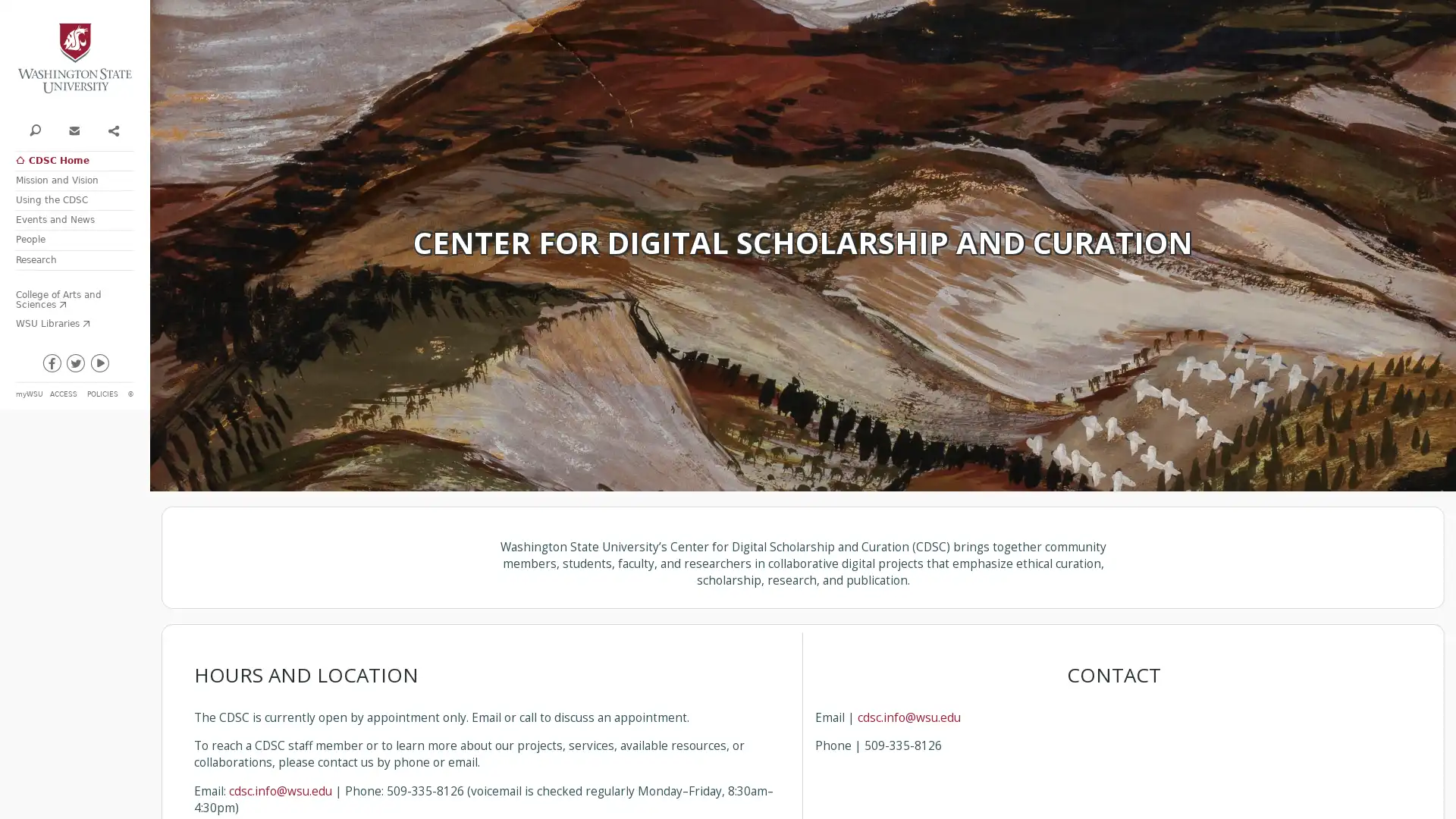  What do you see at coordinates (73, 128) in the screenshot?
I see `Contact` at bounding box center [73, 128].